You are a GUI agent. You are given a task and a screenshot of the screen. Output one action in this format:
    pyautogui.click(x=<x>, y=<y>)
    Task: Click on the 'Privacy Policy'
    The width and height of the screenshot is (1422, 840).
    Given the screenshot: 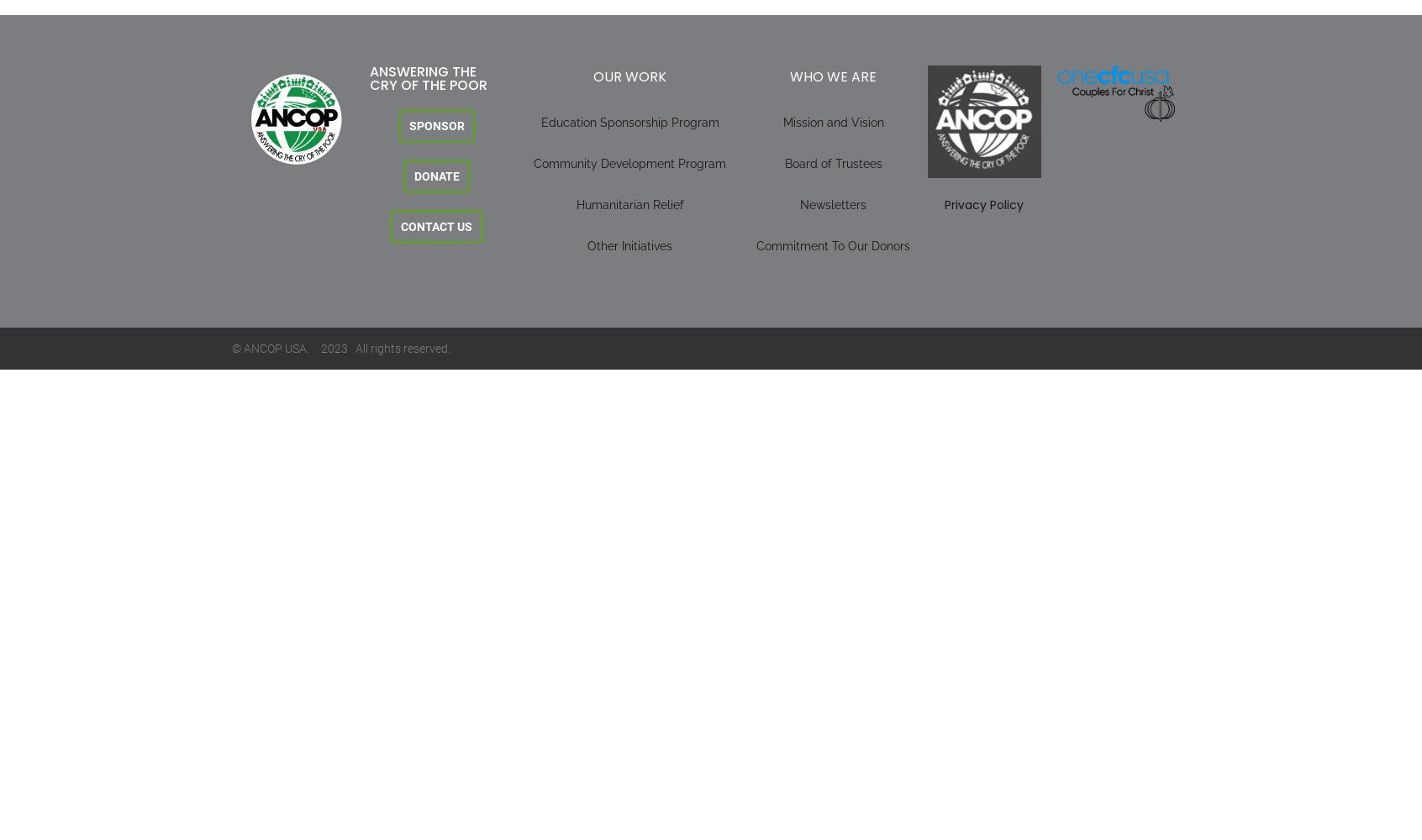 What is the action you would take?
    pyautogui.click(x=983, y=204)
    